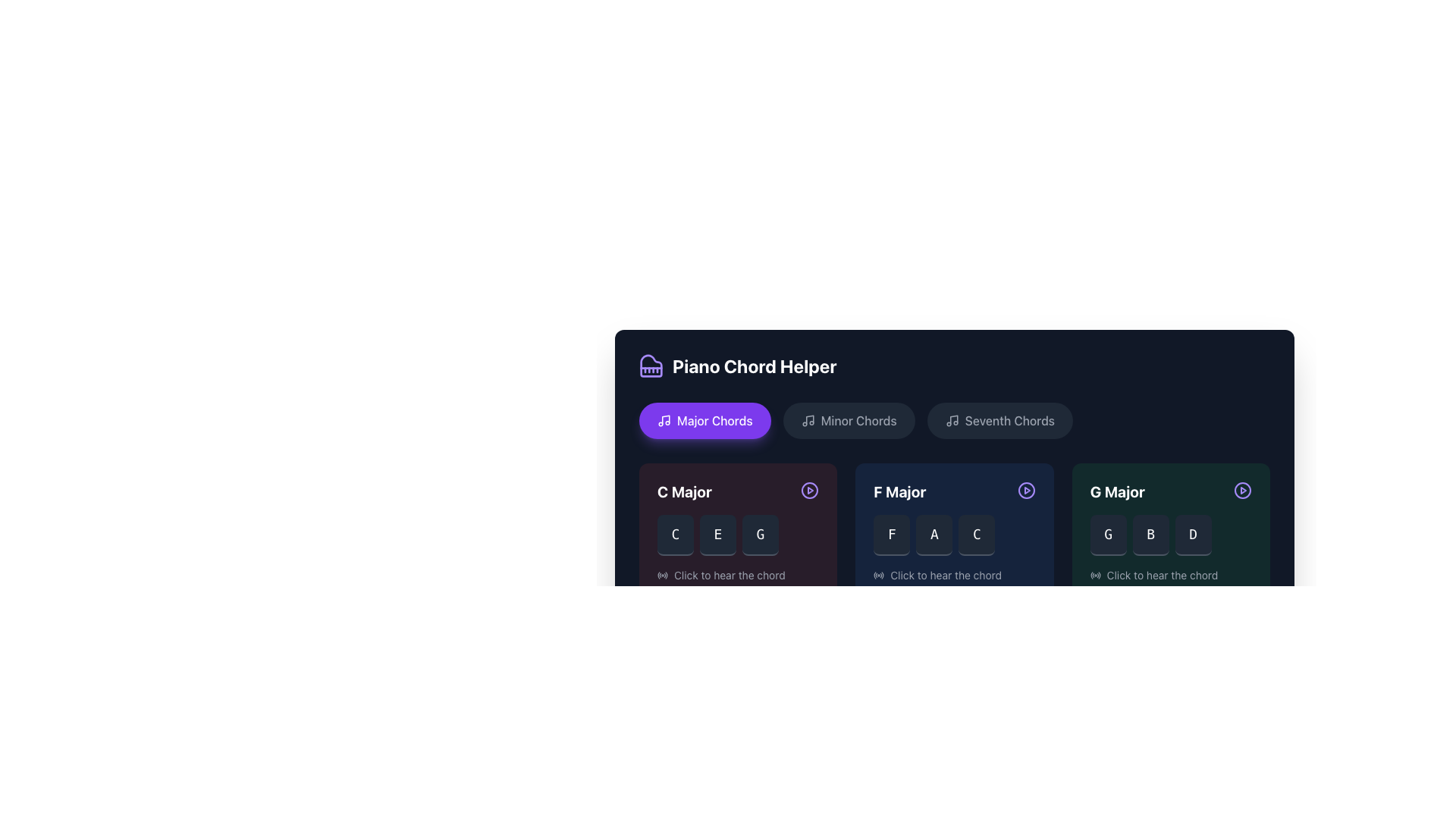 The height and width of the screenshot is (819, 1456). What do you see at coordinates (755, 366) in the screenshot?
I see `the textual label displaying 'Piano Chord Helper' which is prominently positioned in bold white font on a dark background` at bounding box center [755, 366].